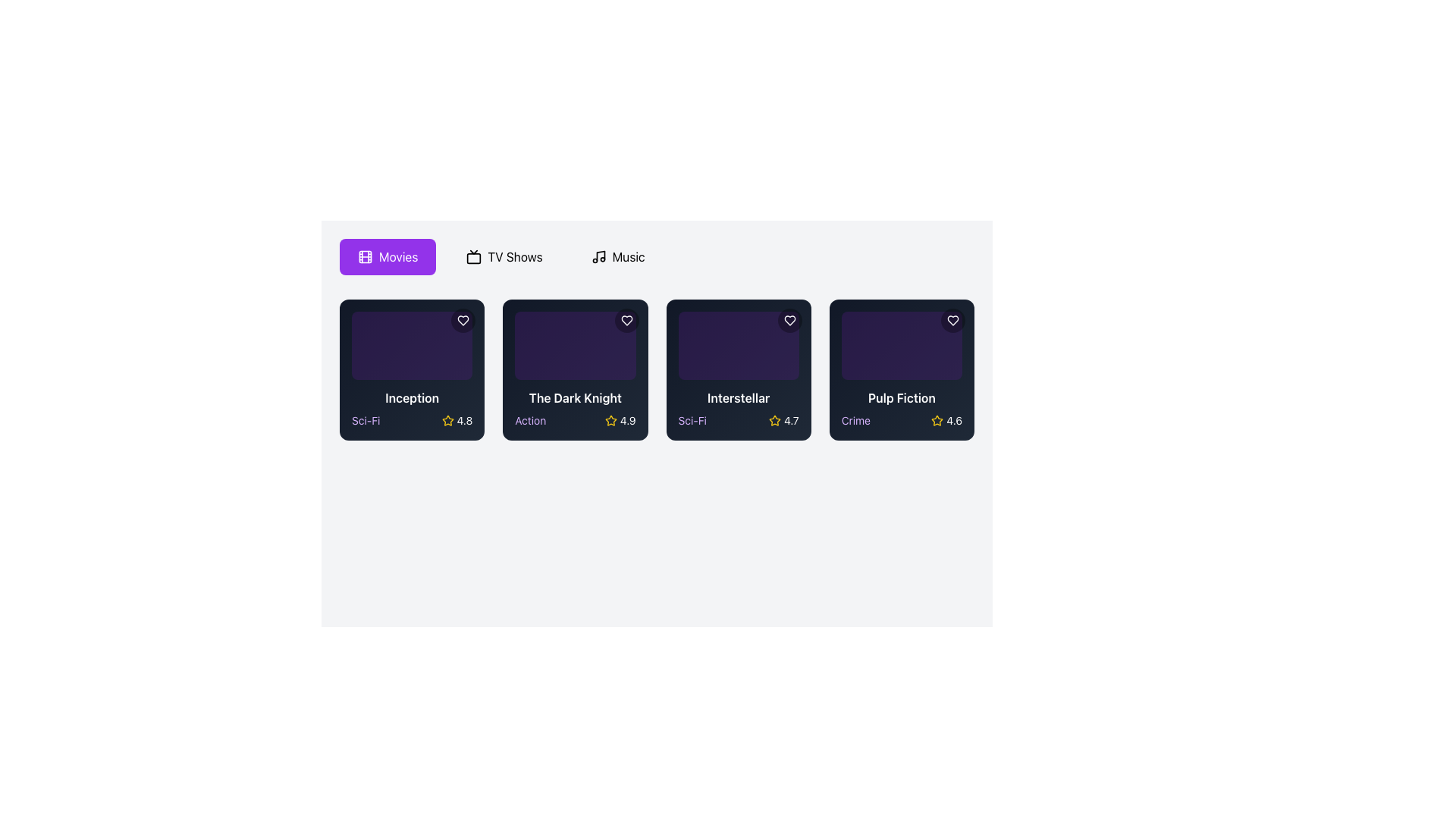  Describe the element at coordinates (463, 320) in the screenshot. I see `the heart icon located in the top-right corner of the 'Inception' movie card to trigger the tooltip or animation` at that location.